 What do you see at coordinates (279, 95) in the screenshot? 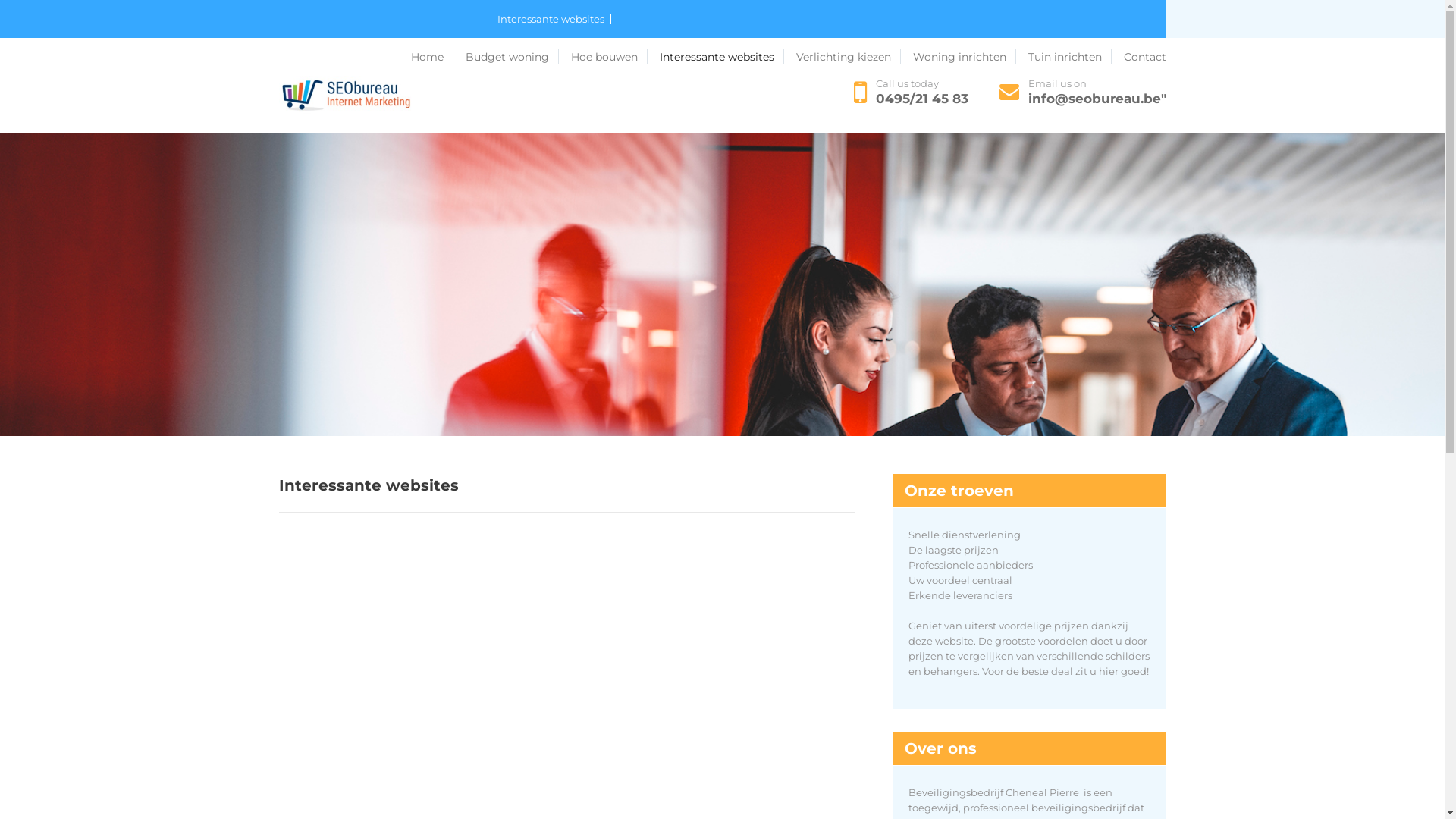
I see `'Contact'` at bounding box center [279, 95].